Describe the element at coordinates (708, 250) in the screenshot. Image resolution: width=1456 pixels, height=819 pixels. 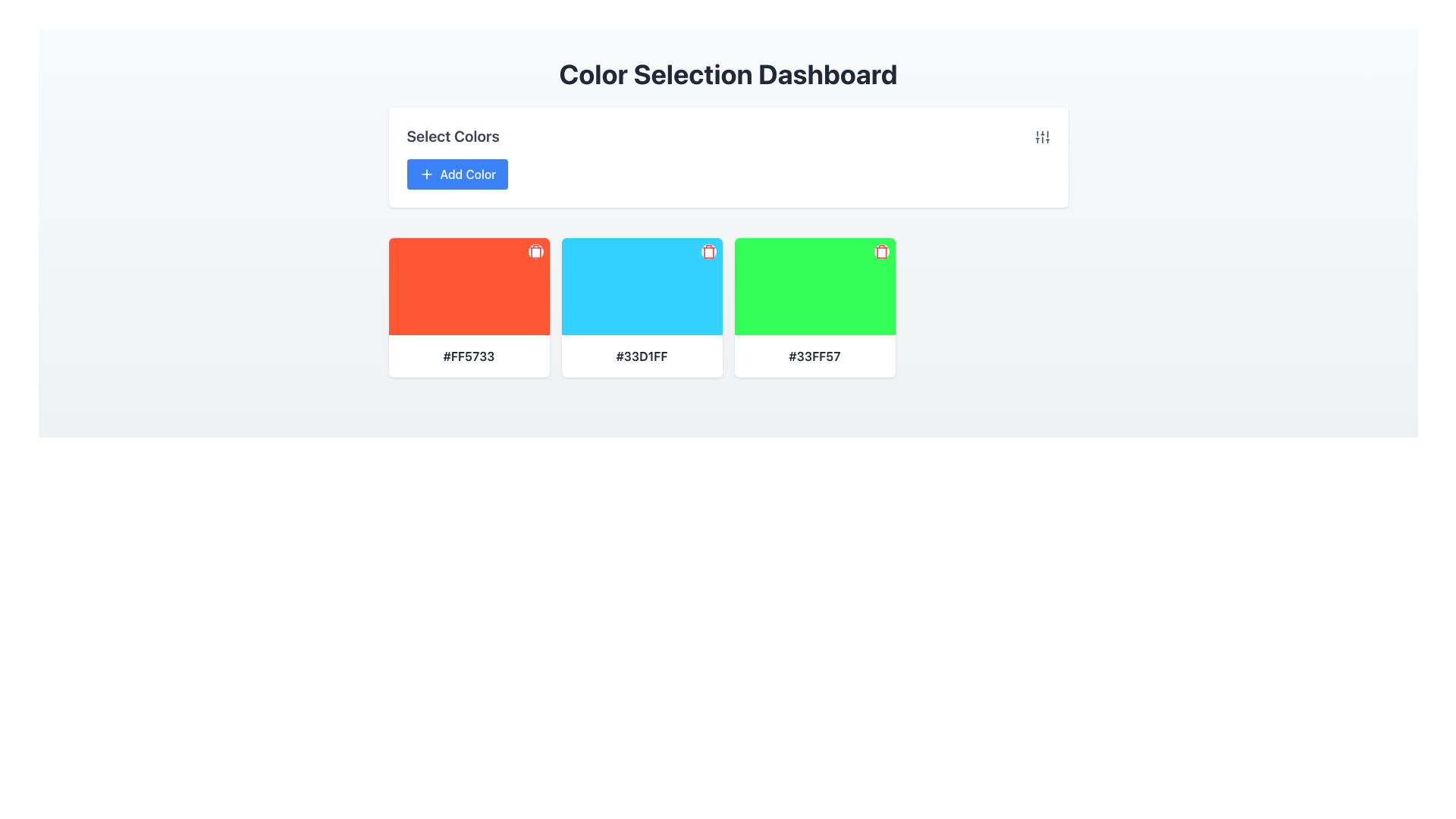
I see `the trash can icon button, which is styled with a white background and red color, located at the top-right corner of the second card under the 'Select Colors' header` at that location.